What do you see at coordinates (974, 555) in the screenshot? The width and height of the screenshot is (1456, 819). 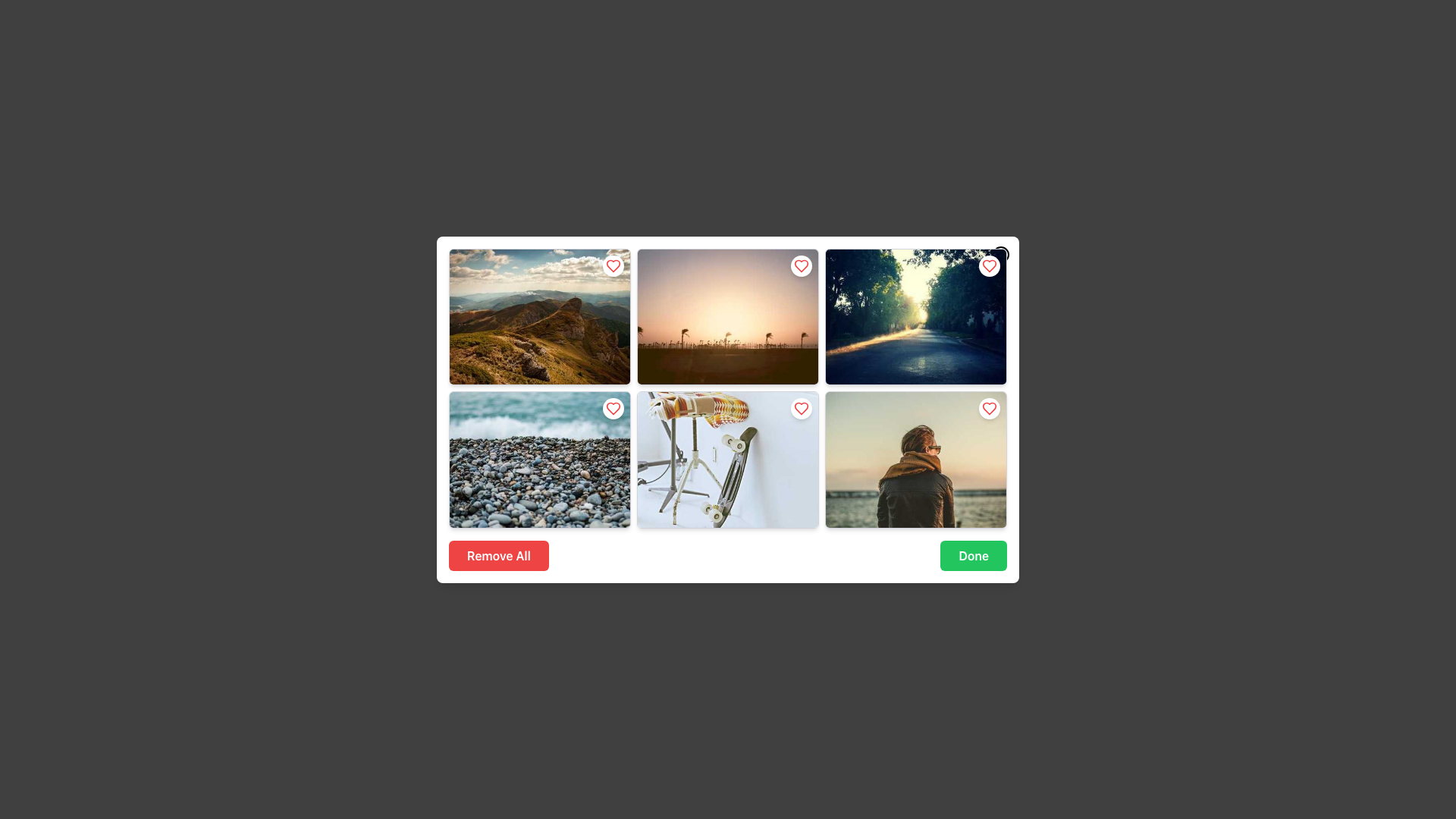 I see `the green 'Done' button with white text` at bounding box center [974, 555].